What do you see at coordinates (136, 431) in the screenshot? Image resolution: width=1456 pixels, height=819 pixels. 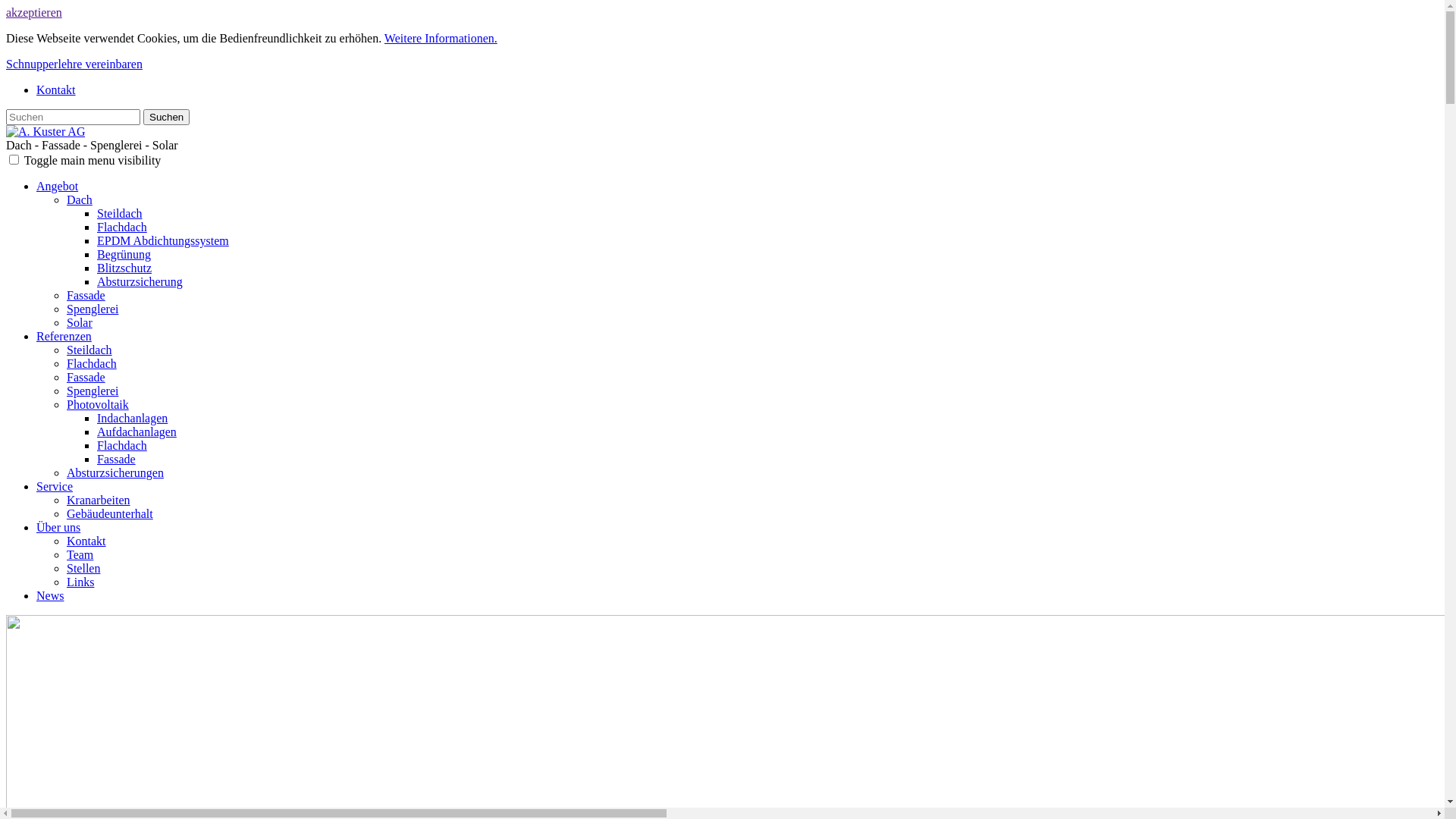 I see `'Aufdachanlagen'` at bounding box center [136, 431].